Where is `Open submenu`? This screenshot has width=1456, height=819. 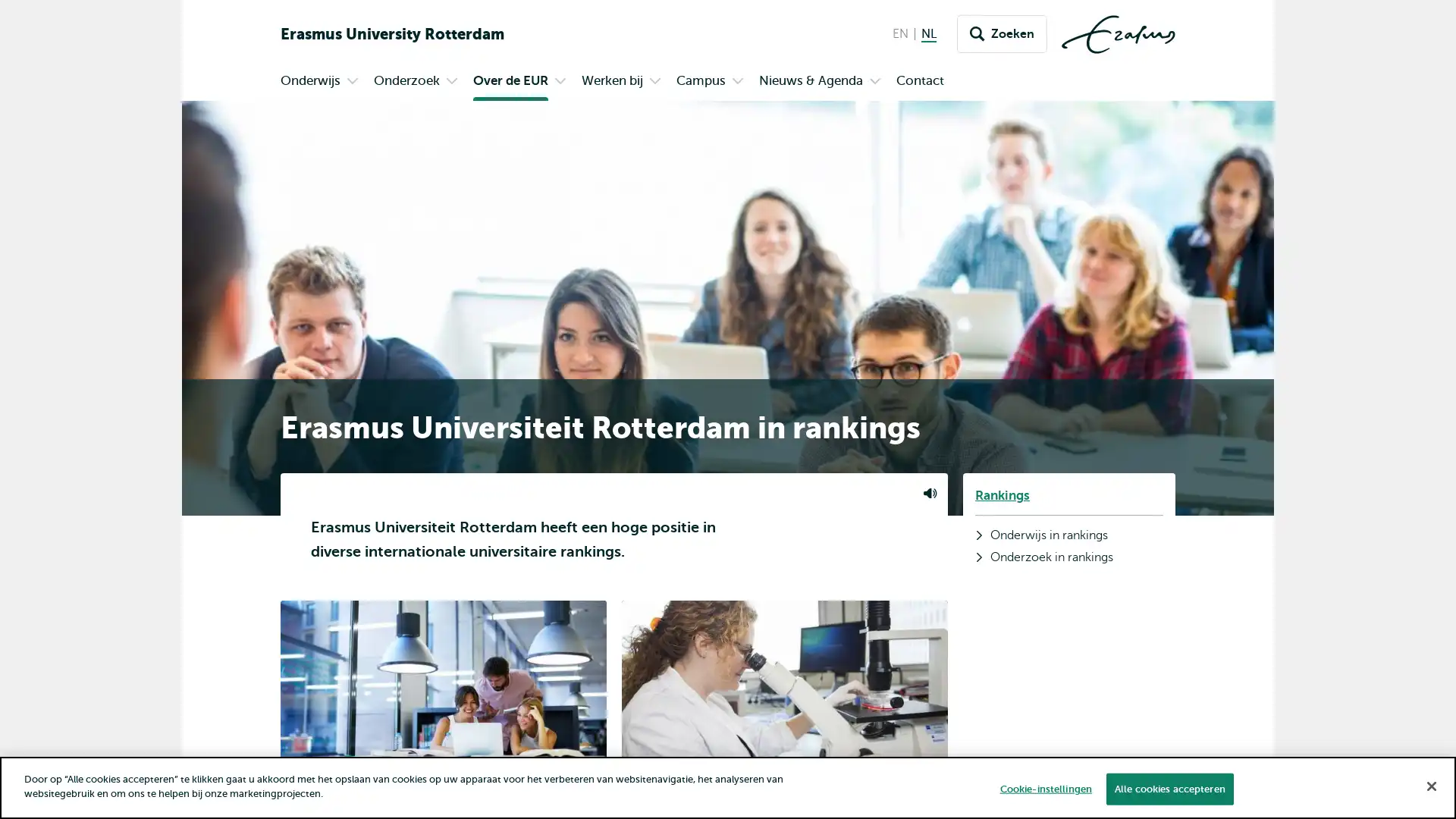
Open submenu is located at coordinates (352, 82).